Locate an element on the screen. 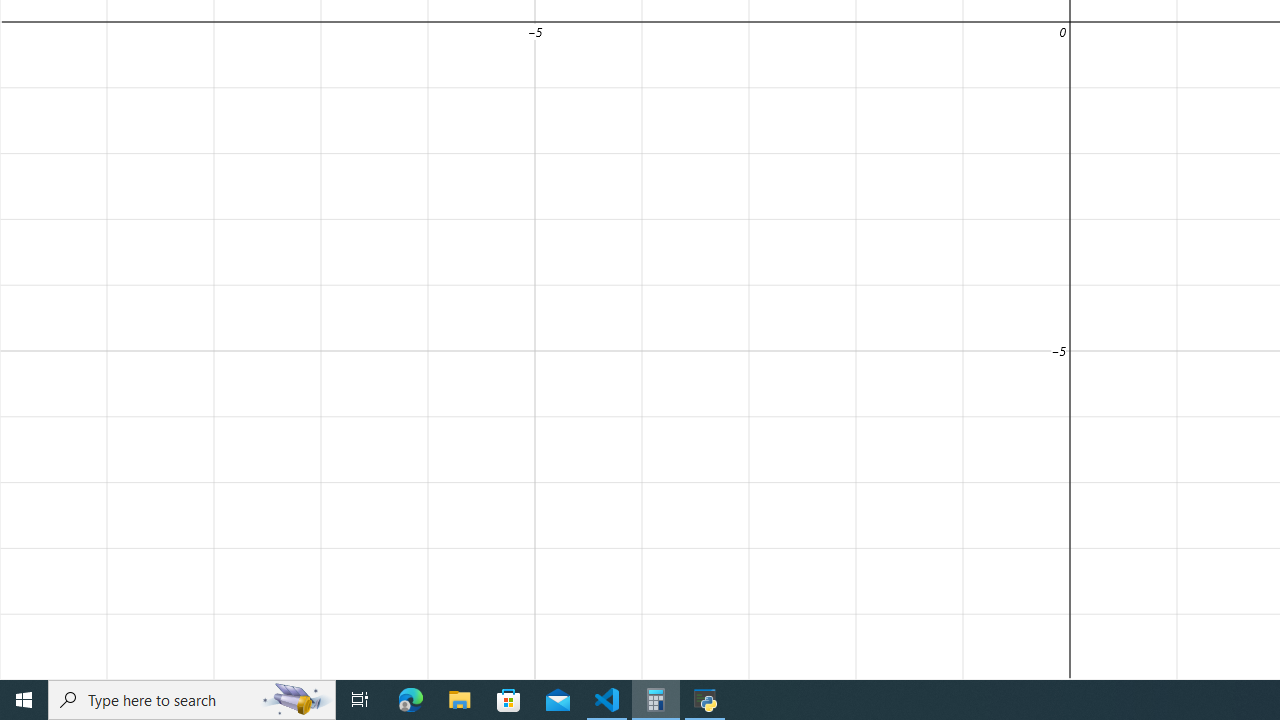 The width and height of the screenshot is (1280, 720). 'Calculator - 1 running window' is located at coordinates (656, 698).